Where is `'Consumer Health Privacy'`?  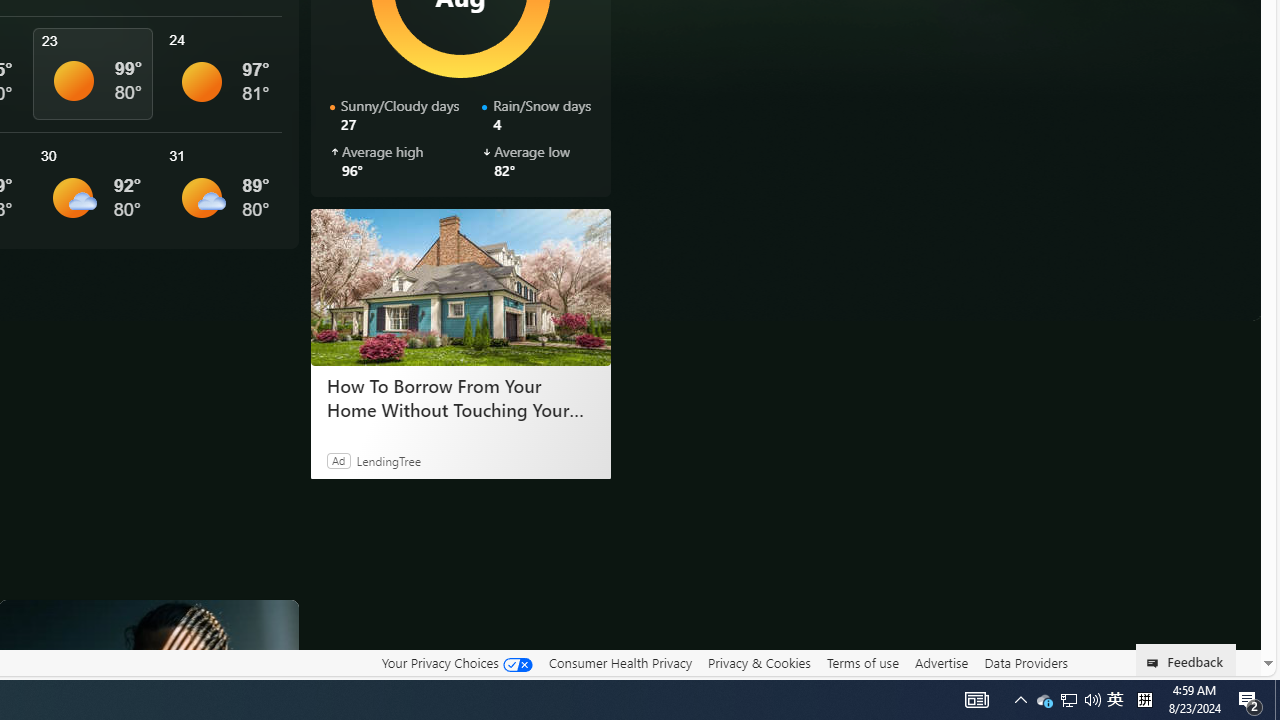
'Consumer Health Privacy' is located at coordinates (619, 663).